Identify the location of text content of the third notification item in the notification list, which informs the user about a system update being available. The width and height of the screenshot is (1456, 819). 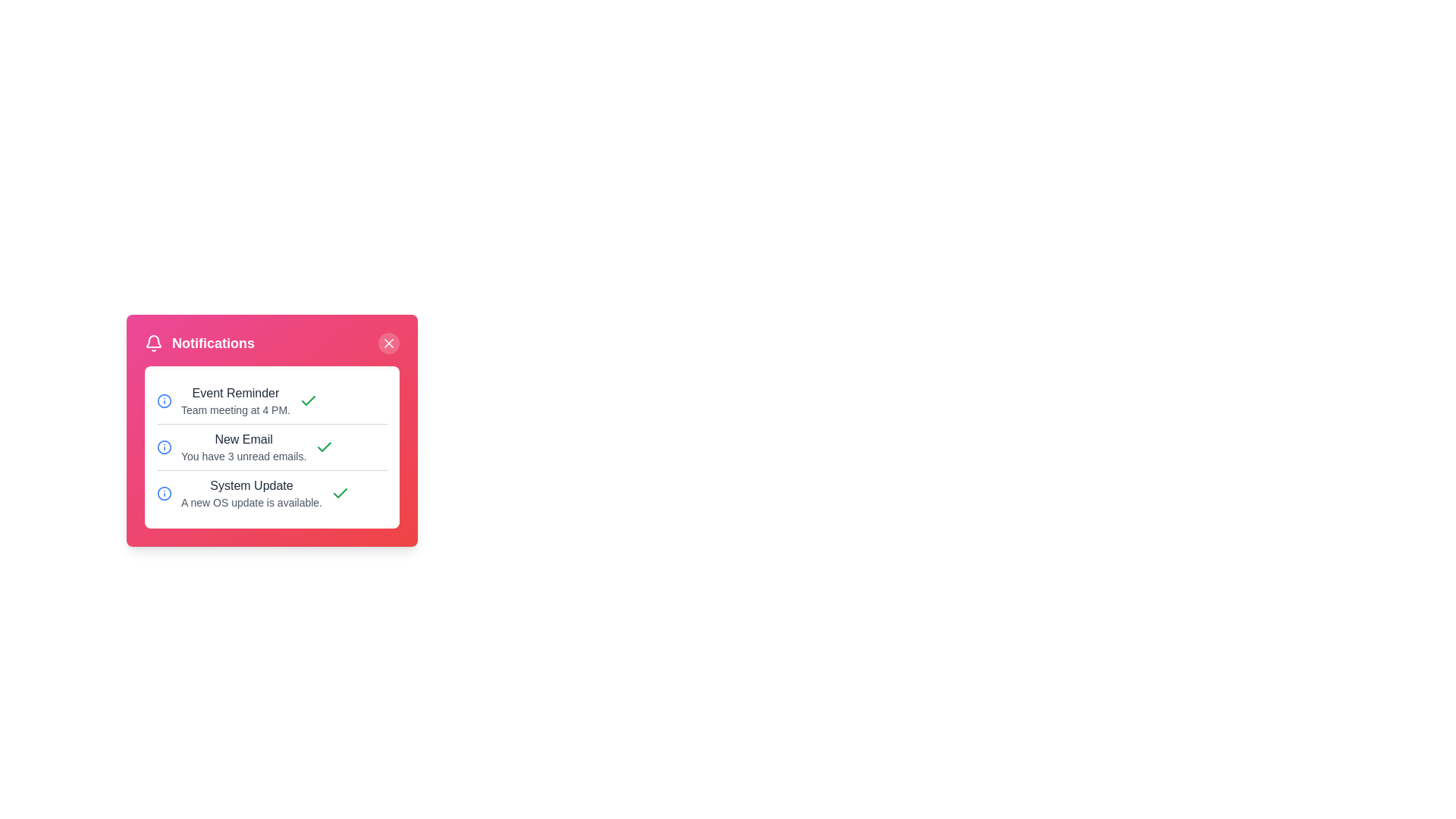
(251, 494).